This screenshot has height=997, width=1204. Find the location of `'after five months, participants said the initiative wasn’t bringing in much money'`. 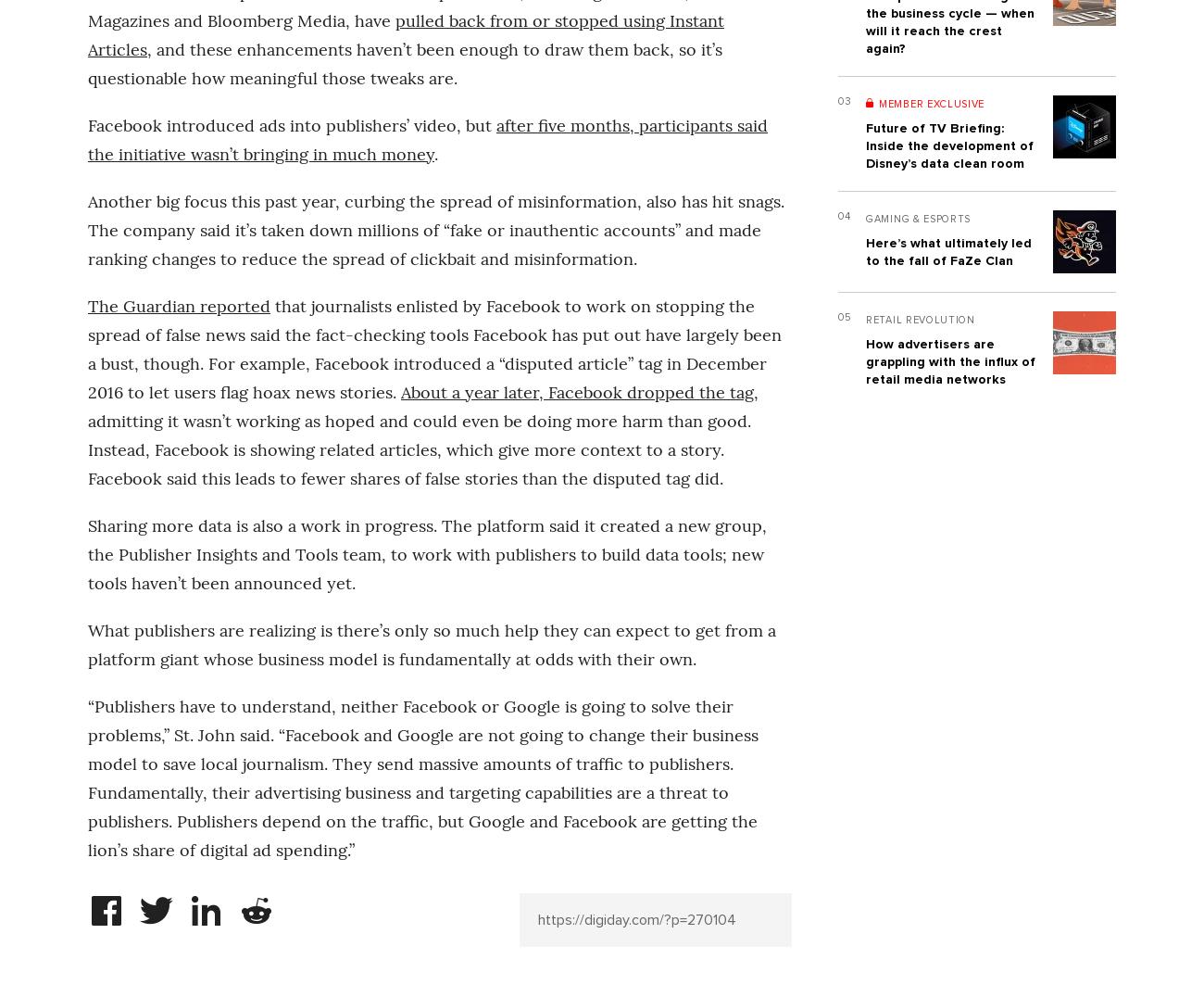

'after five months, participants said the initiative wasn’t bringing in much money' is located at coordinates (427, 138).